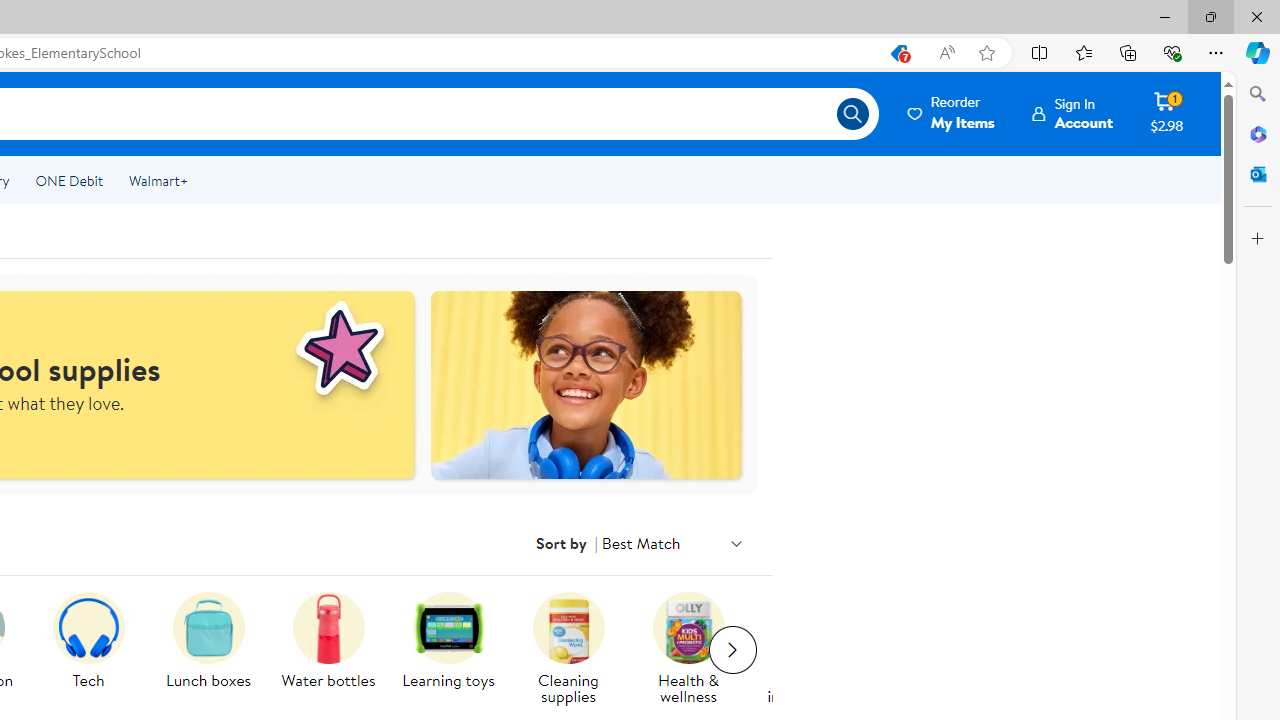  What do you see at coordinates (157, 181) in the screenshot?
I see `'Walmart+'` at bounding box center [157, 181].